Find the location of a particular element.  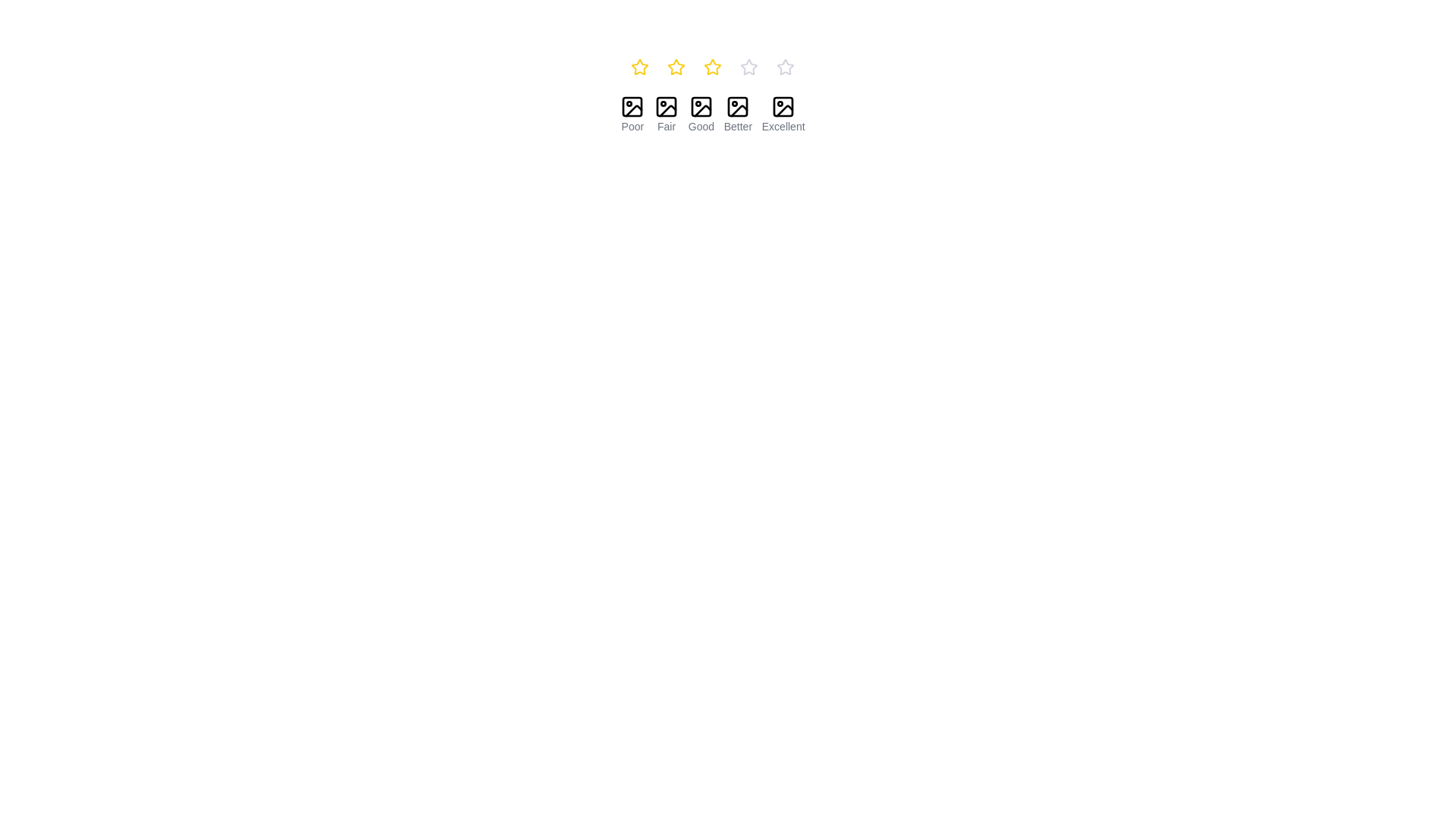

the fifth star icon in the row of rating stars, which is light gray and hollow is located at coordinates (786, 66).